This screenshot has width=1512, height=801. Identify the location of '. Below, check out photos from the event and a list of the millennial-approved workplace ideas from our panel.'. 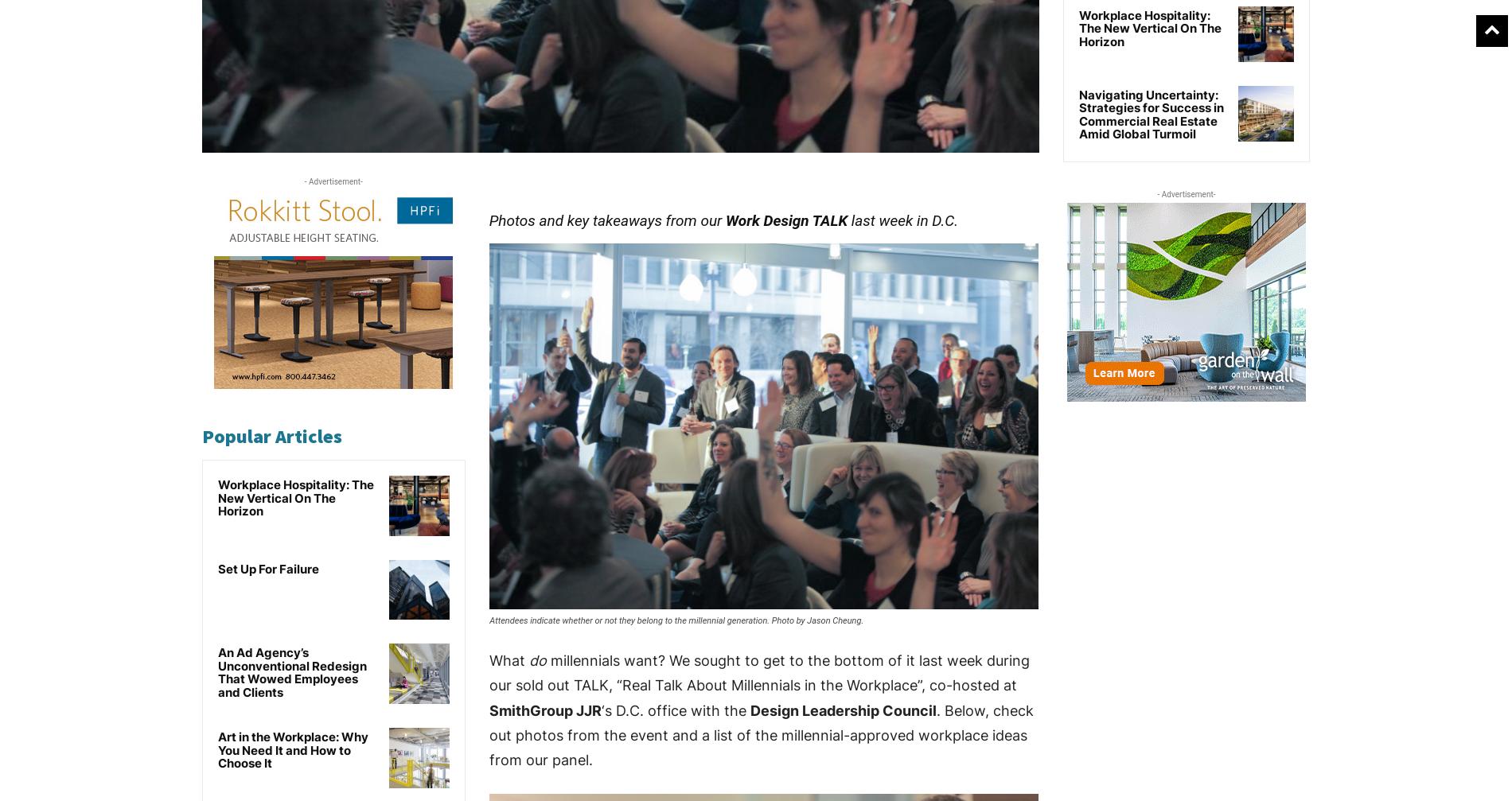
(761, 734).